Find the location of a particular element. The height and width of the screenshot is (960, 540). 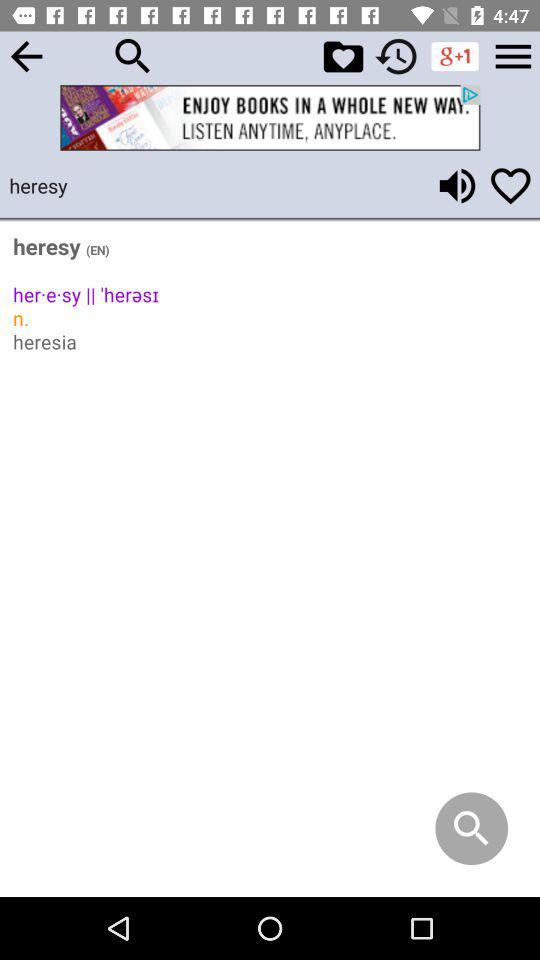

to favorites is located at coordinates (510, 185).